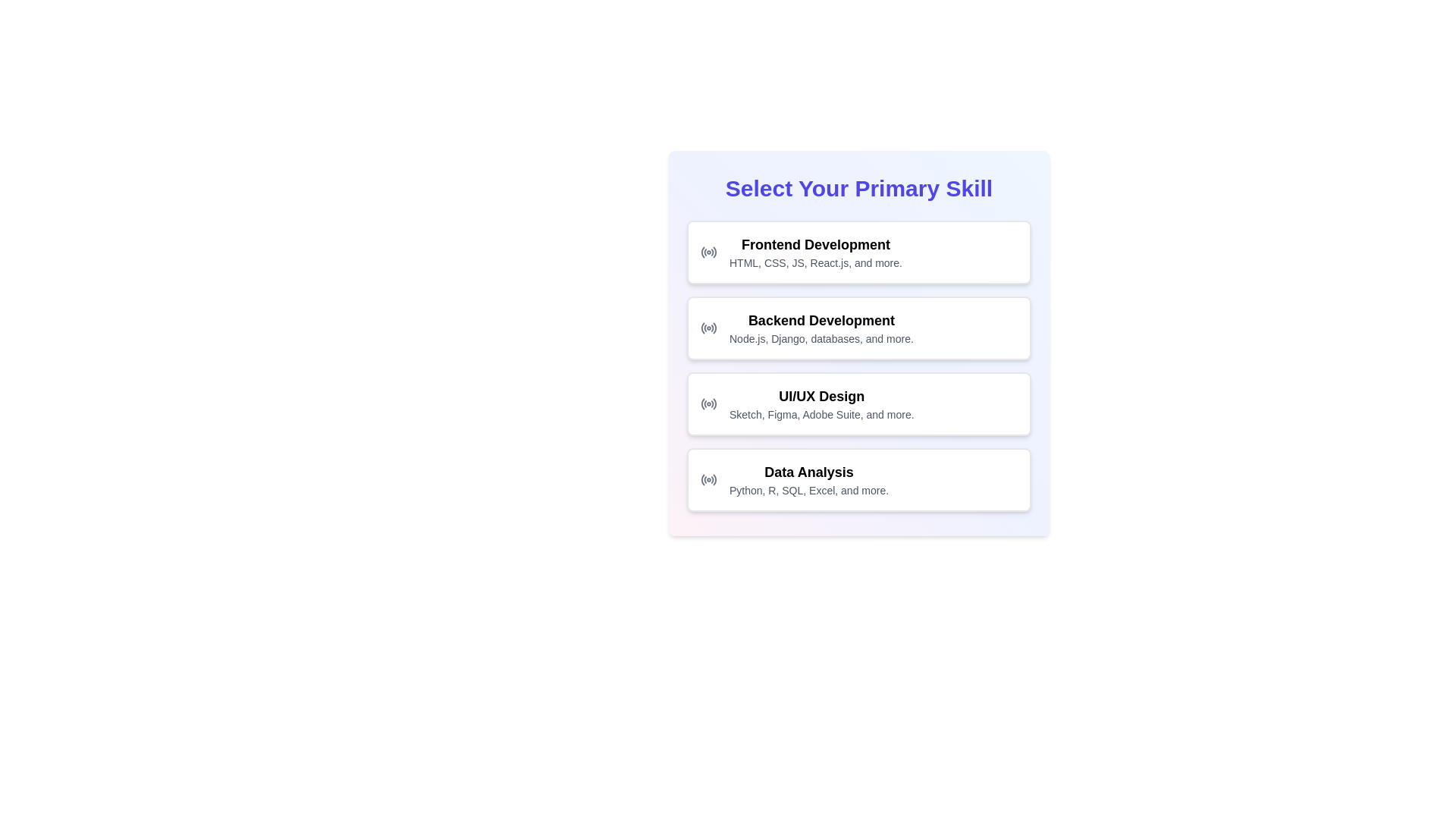 The image size is (1456, 819). What do you see at coordinates (702, 479) in the screenshot?
I see `the innermost curve on the left side of the concentric arcs in the circular icon associated with the 'Data Analysis' option` at bounding box center [702, 479].